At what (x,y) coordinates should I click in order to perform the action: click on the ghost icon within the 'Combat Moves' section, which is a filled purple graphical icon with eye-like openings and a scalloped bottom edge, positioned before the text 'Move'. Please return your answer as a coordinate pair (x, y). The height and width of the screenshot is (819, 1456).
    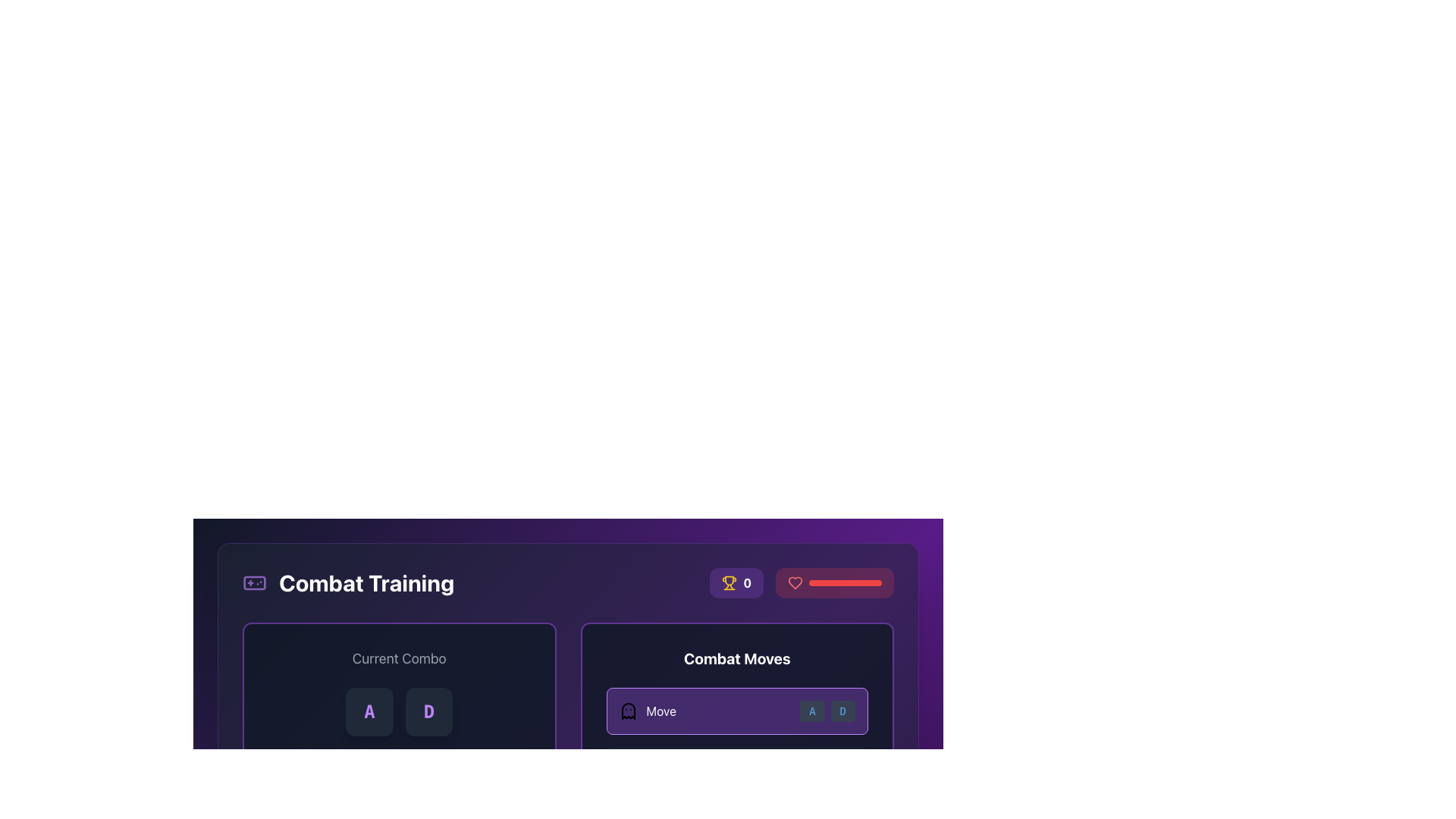
    Looking at the image, I should click on (628, 711).